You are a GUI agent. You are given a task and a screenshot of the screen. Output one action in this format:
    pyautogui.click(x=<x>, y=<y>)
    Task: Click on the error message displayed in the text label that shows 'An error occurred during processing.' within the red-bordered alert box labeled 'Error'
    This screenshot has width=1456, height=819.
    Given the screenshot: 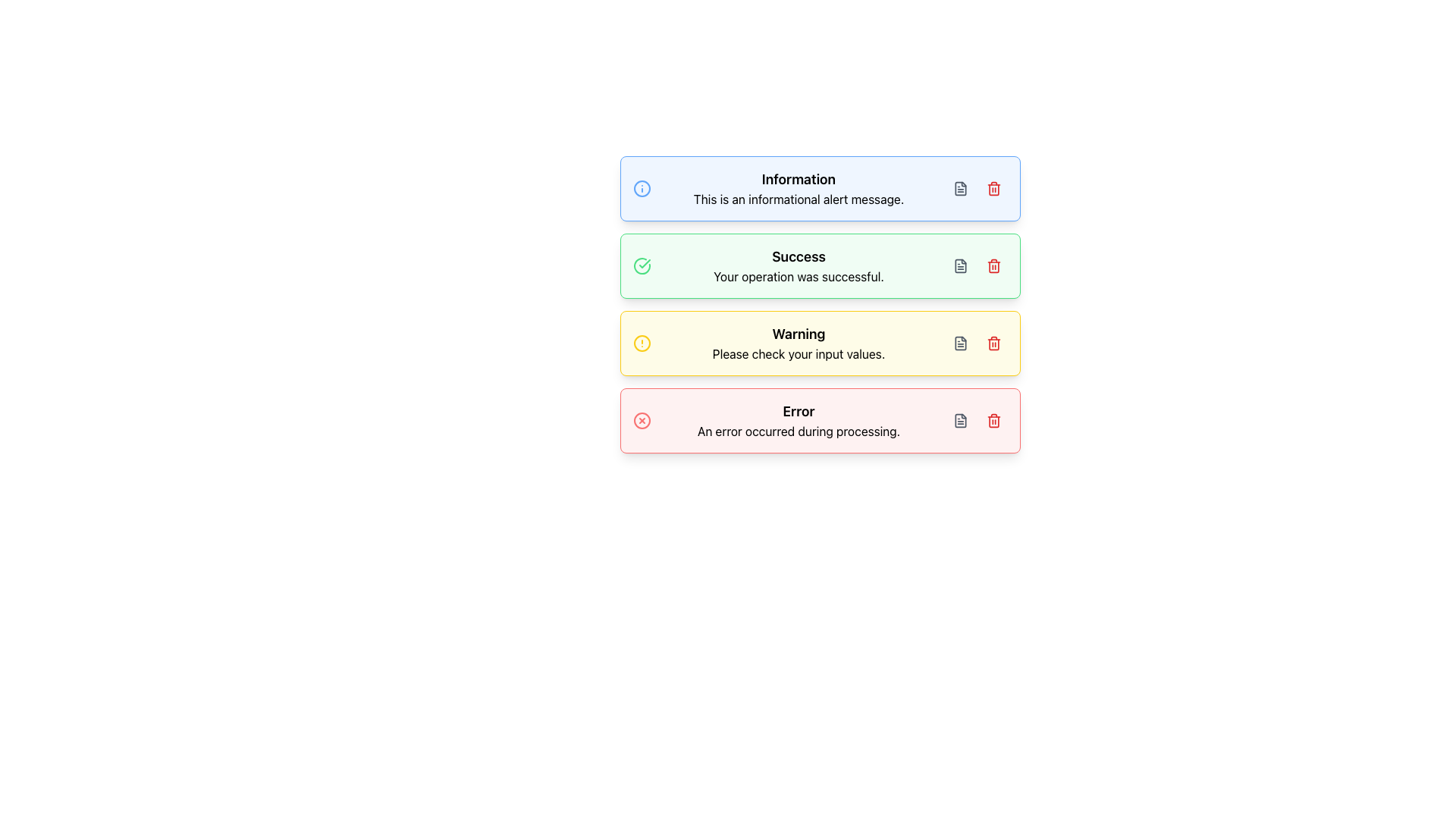 What is the action you would take?
    pyautogui.click(x=798, y=431)
    